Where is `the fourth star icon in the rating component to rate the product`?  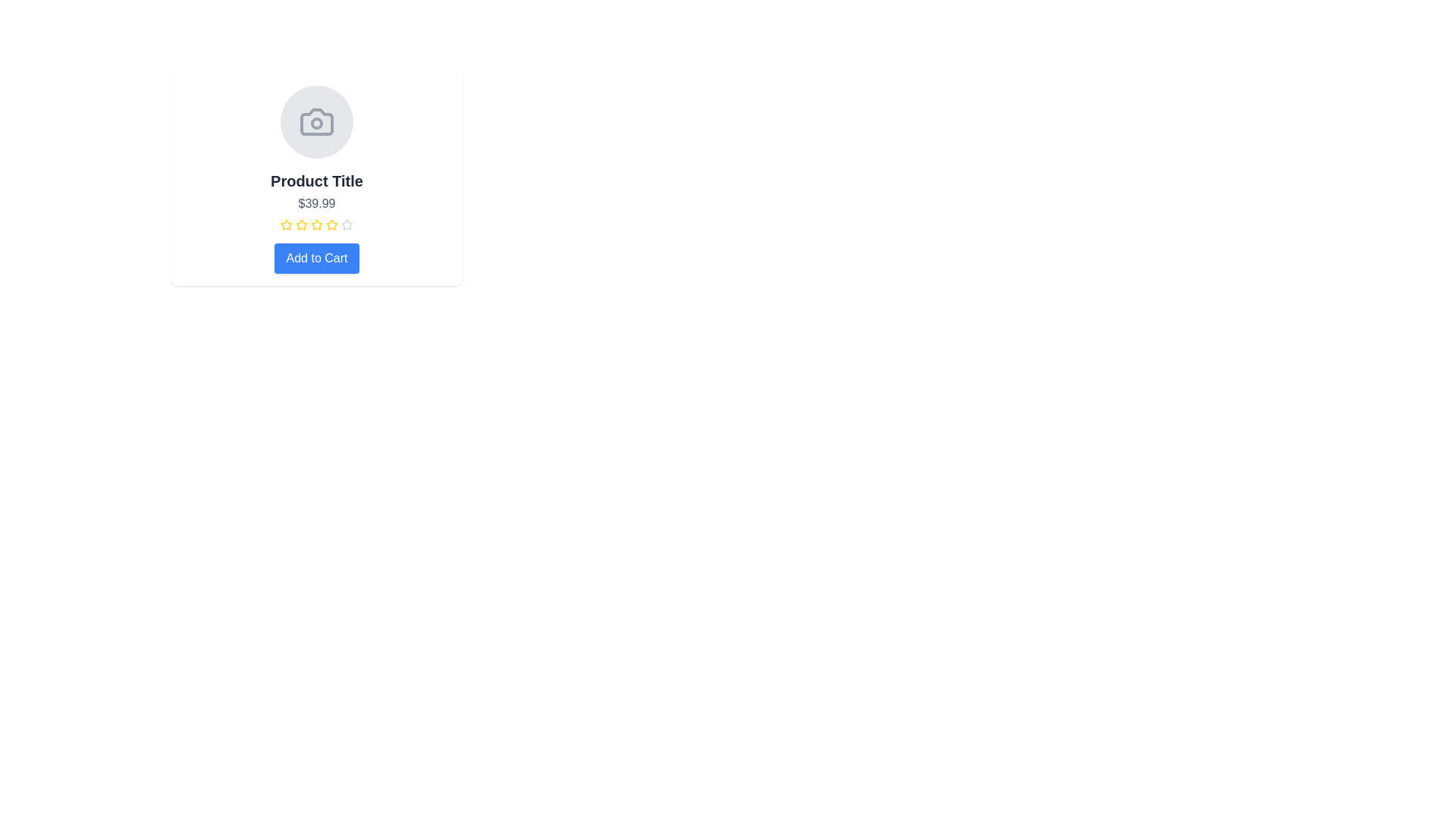
the fourth star icon in the rating component to rate the product is located at coordinates (315, 225).